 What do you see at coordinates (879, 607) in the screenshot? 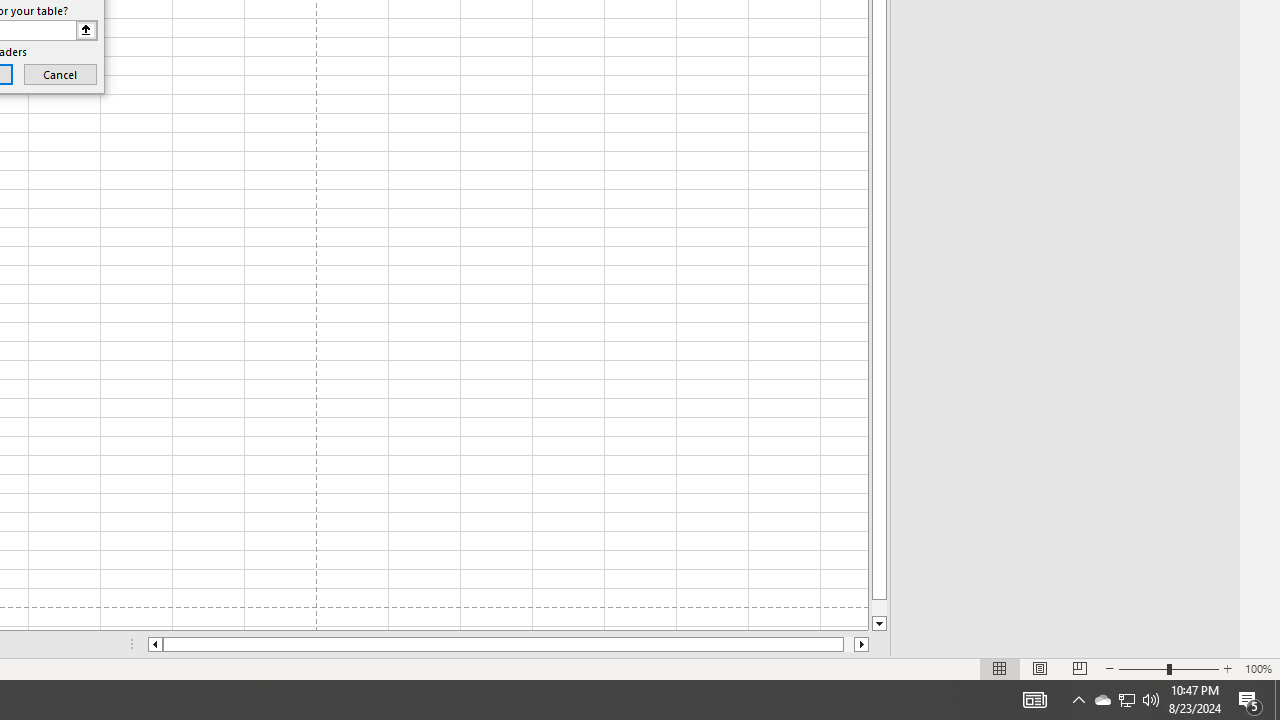
I see `'Page down'` at bounding box center [879, 607].